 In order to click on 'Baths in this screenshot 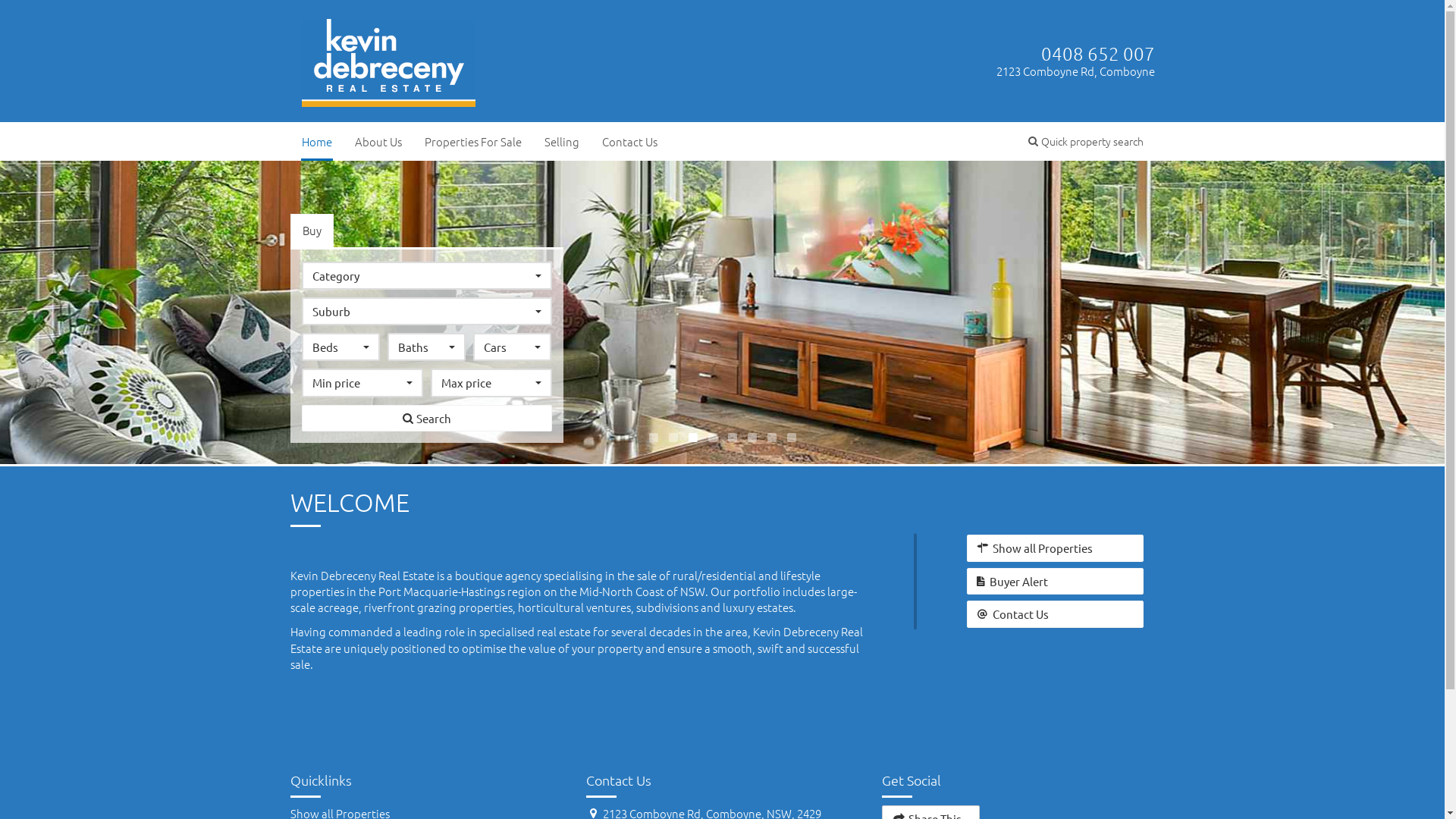, I will do `click(425, 347)`.